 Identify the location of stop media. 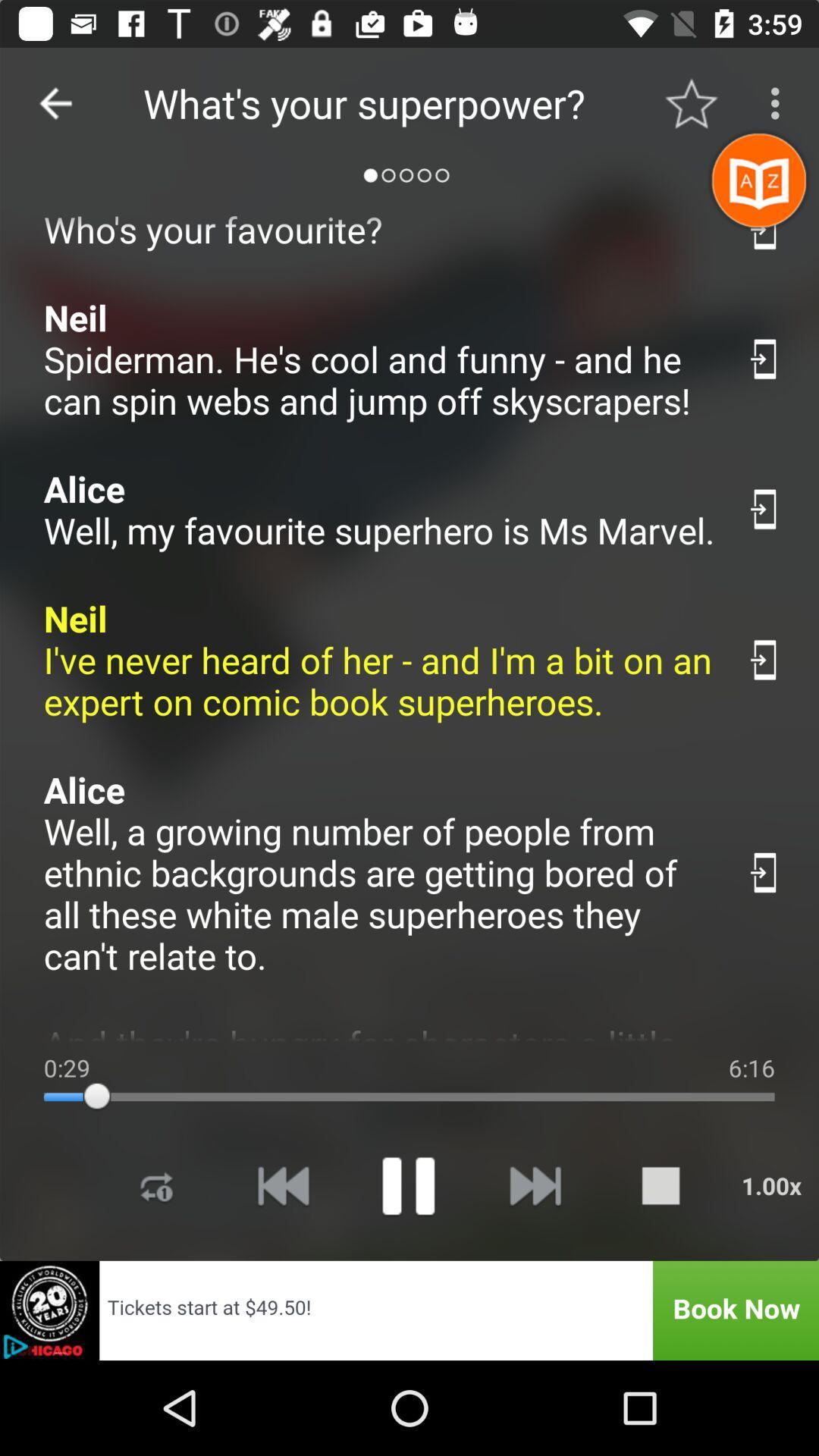
(660, 1185).